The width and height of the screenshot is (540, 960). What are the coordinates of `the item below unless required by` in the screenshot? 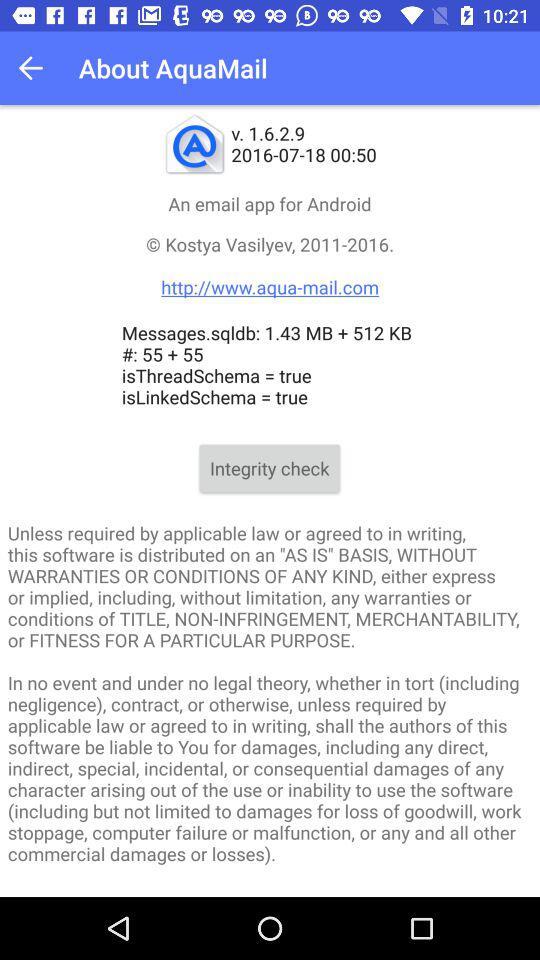 It's located at (269, 891).